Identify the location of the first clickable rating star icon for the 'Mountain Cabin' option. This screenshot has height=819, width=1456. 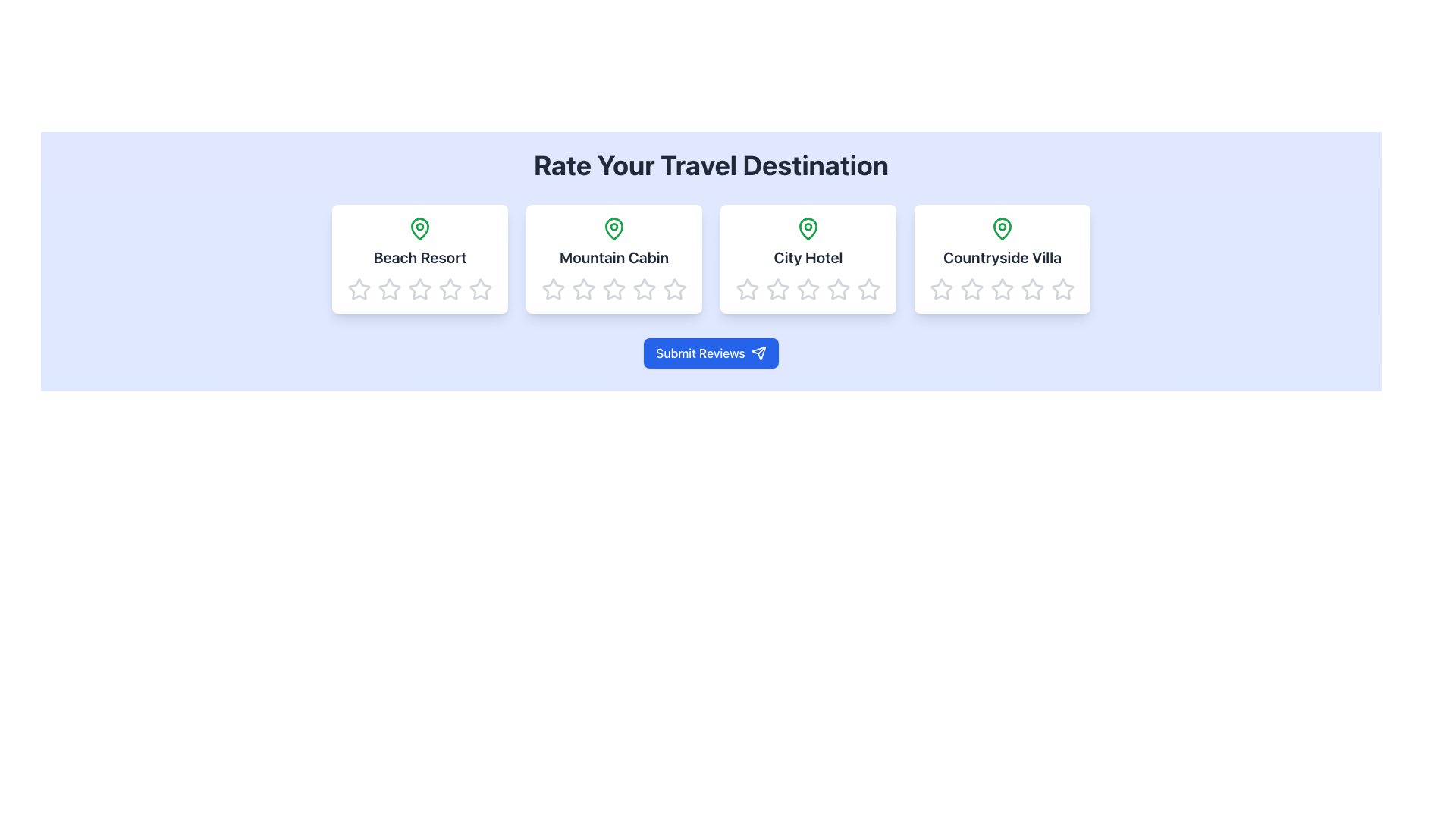
(552, 289).